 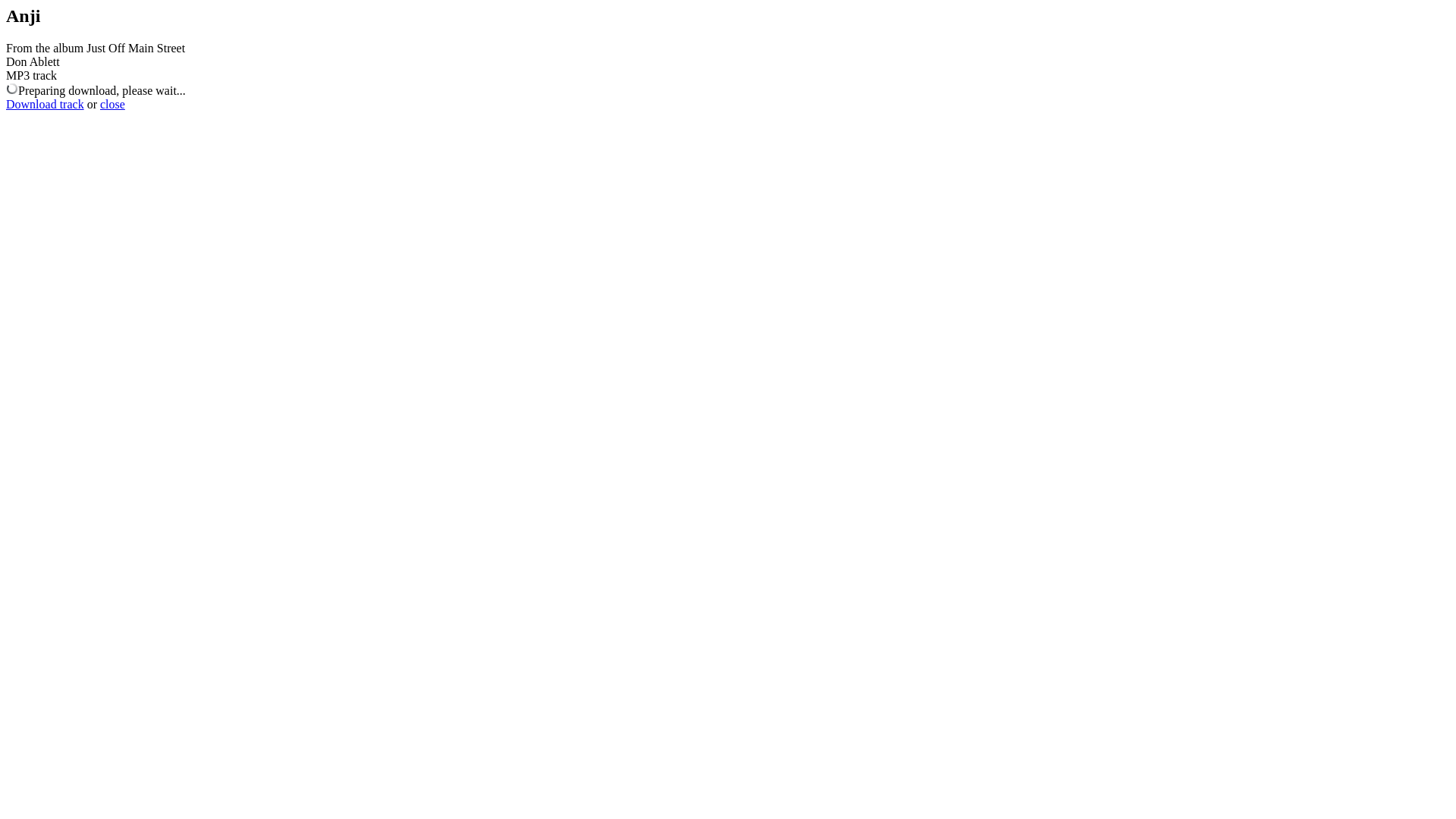 I want to click on 'close', so click(x=111, y=103).